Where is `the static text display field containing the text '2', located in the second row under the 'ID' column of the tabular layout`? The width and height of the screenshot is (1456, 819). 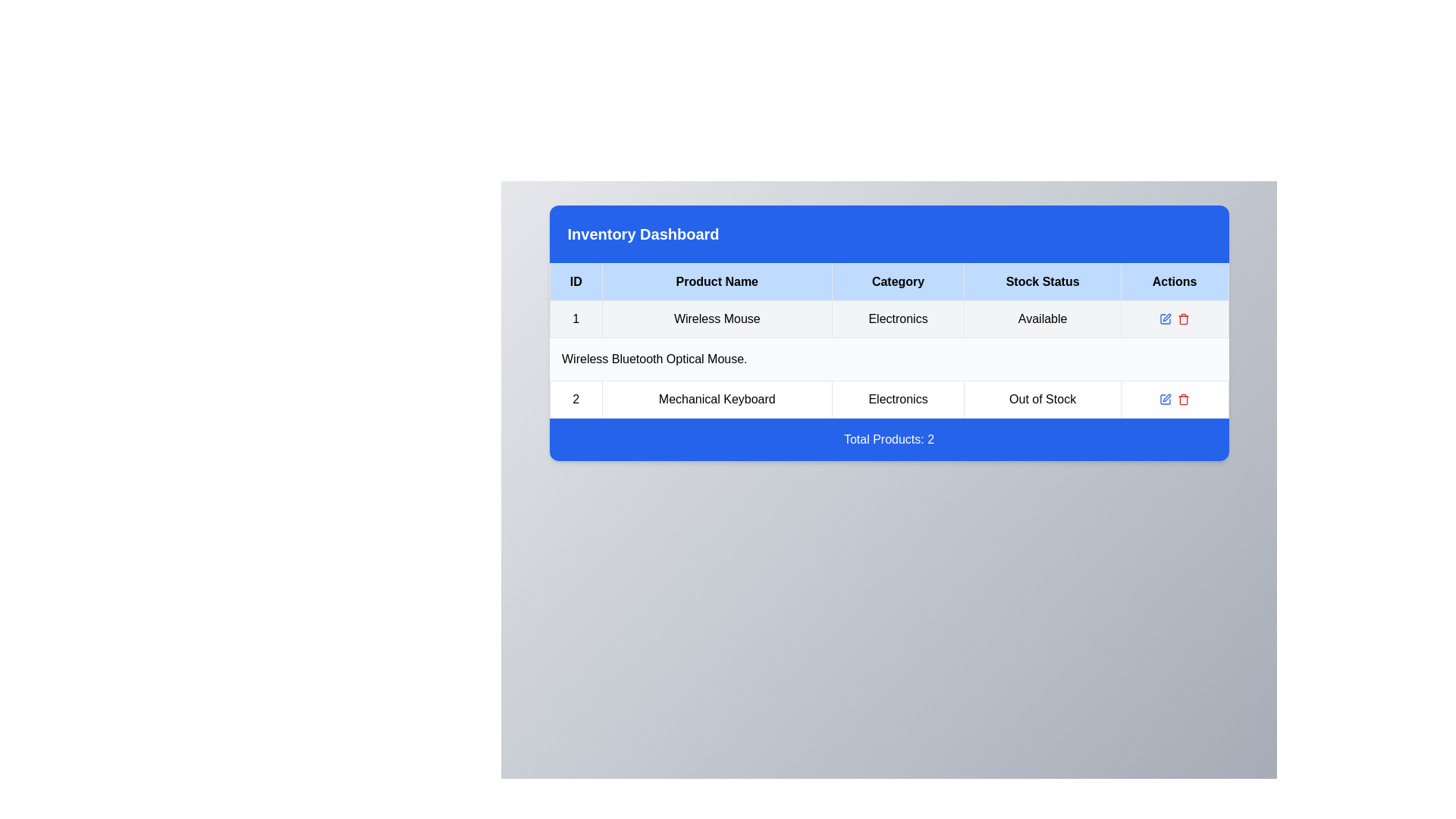
the static text display field containing the text '2', located in the second row under the 'ID' column of the tabular layout is located at coordinates (575, 399).